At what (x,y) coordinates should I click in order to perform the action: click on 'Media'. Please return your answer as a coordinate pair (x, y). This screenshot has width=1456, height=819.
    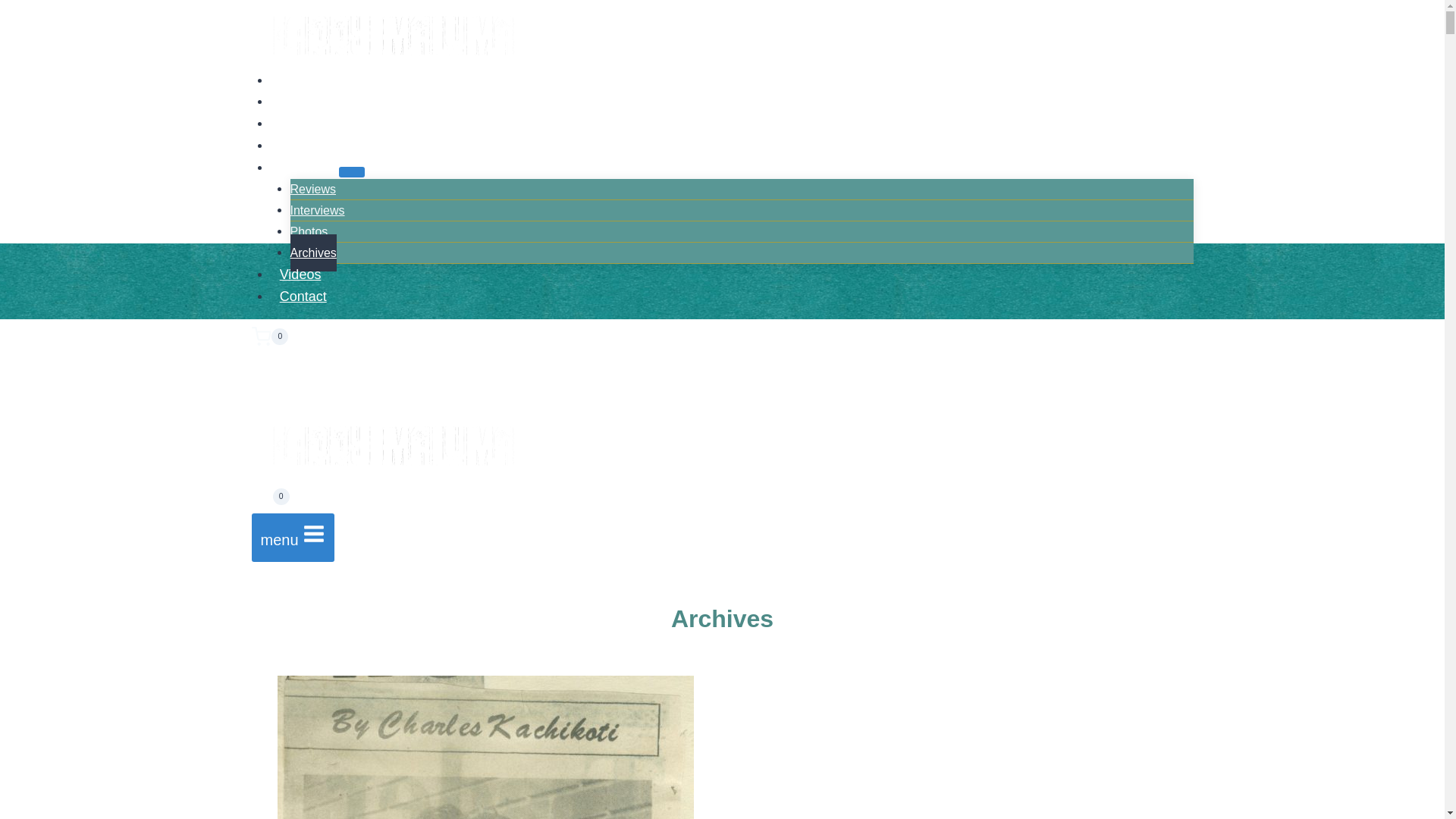
    Looking at the image, I should click on (304, 167).